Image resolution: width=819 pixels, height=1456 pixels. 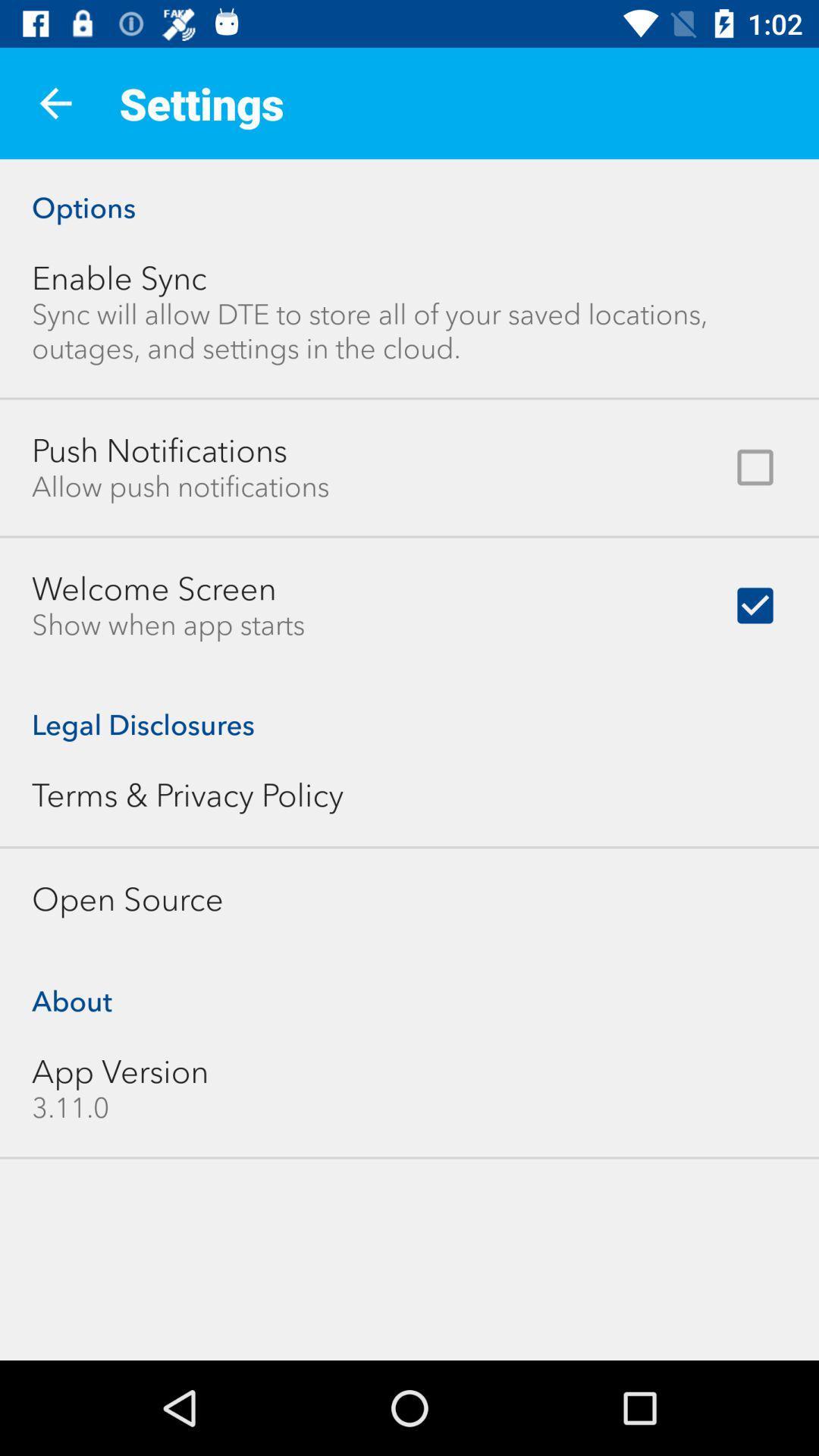 What do you see at coordinates (409, 985) in the screenshot?
I see `icon below the open source icon` at bounding box center [409, 985].